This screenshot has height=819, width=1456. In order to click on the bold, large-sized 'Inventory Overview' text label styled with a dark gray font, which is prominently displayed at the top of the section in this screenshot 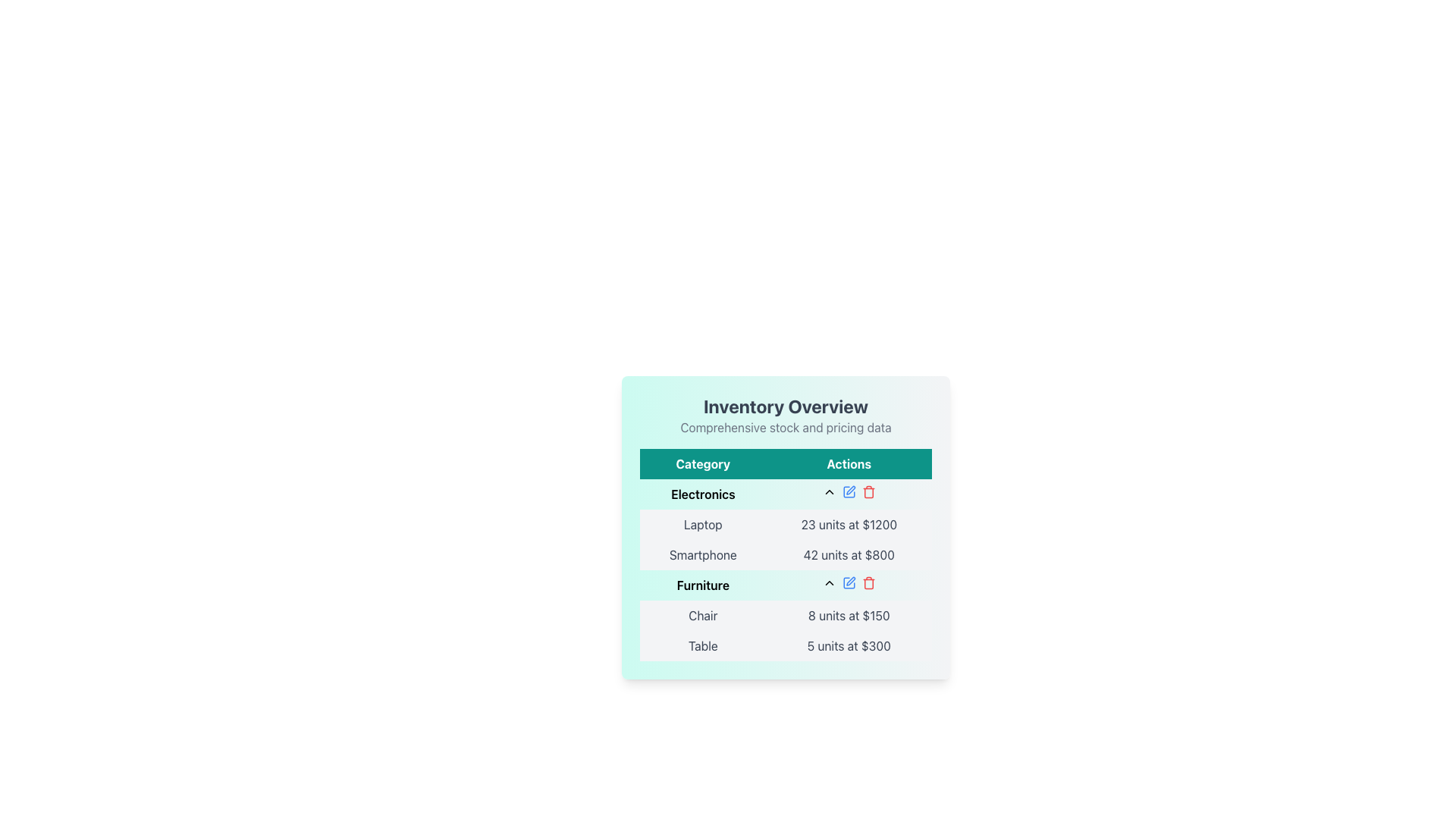, I will do `click(786, 406)`.